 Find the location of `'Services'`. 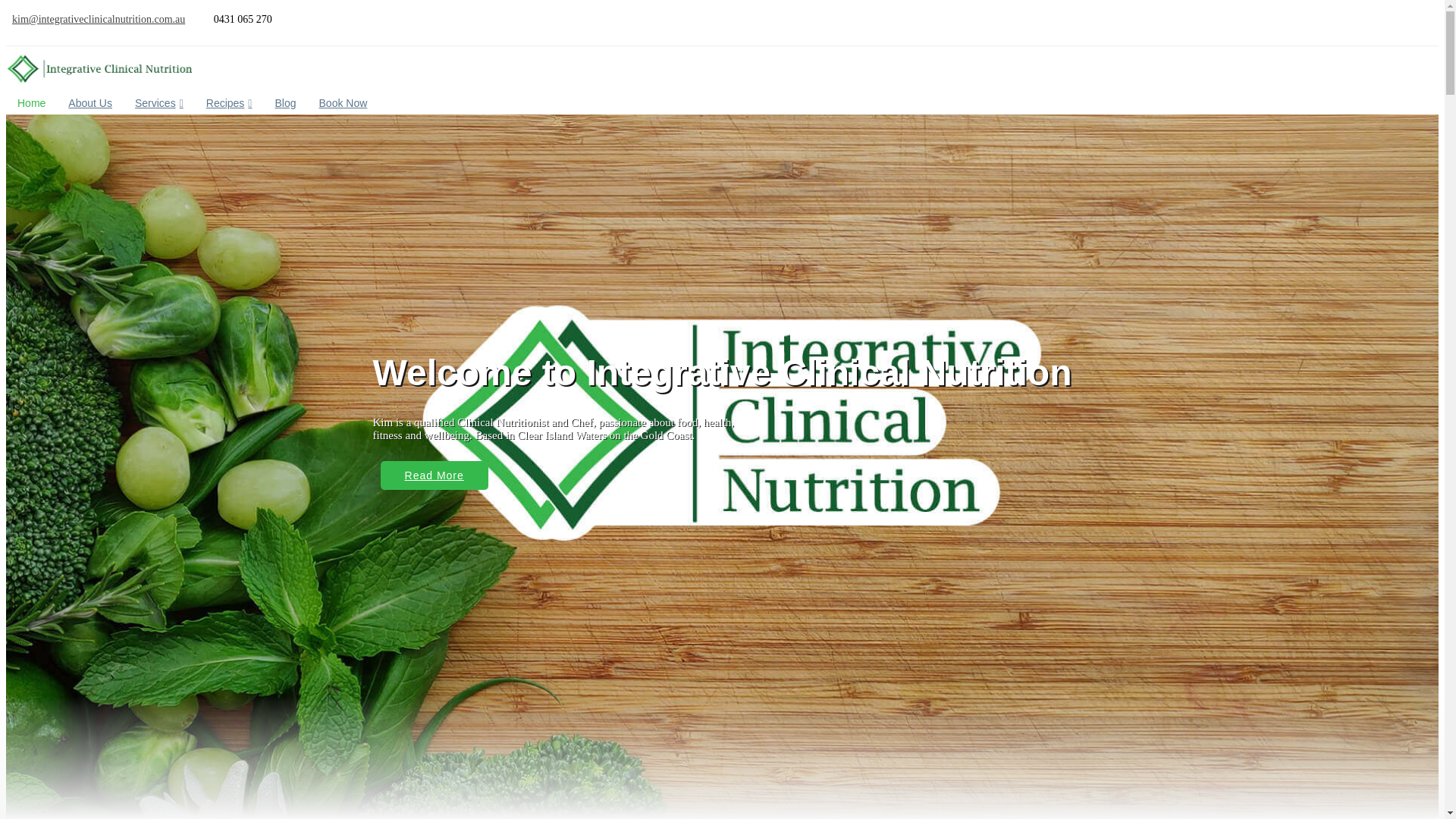

'Services' is located at coordinates (159, 102).